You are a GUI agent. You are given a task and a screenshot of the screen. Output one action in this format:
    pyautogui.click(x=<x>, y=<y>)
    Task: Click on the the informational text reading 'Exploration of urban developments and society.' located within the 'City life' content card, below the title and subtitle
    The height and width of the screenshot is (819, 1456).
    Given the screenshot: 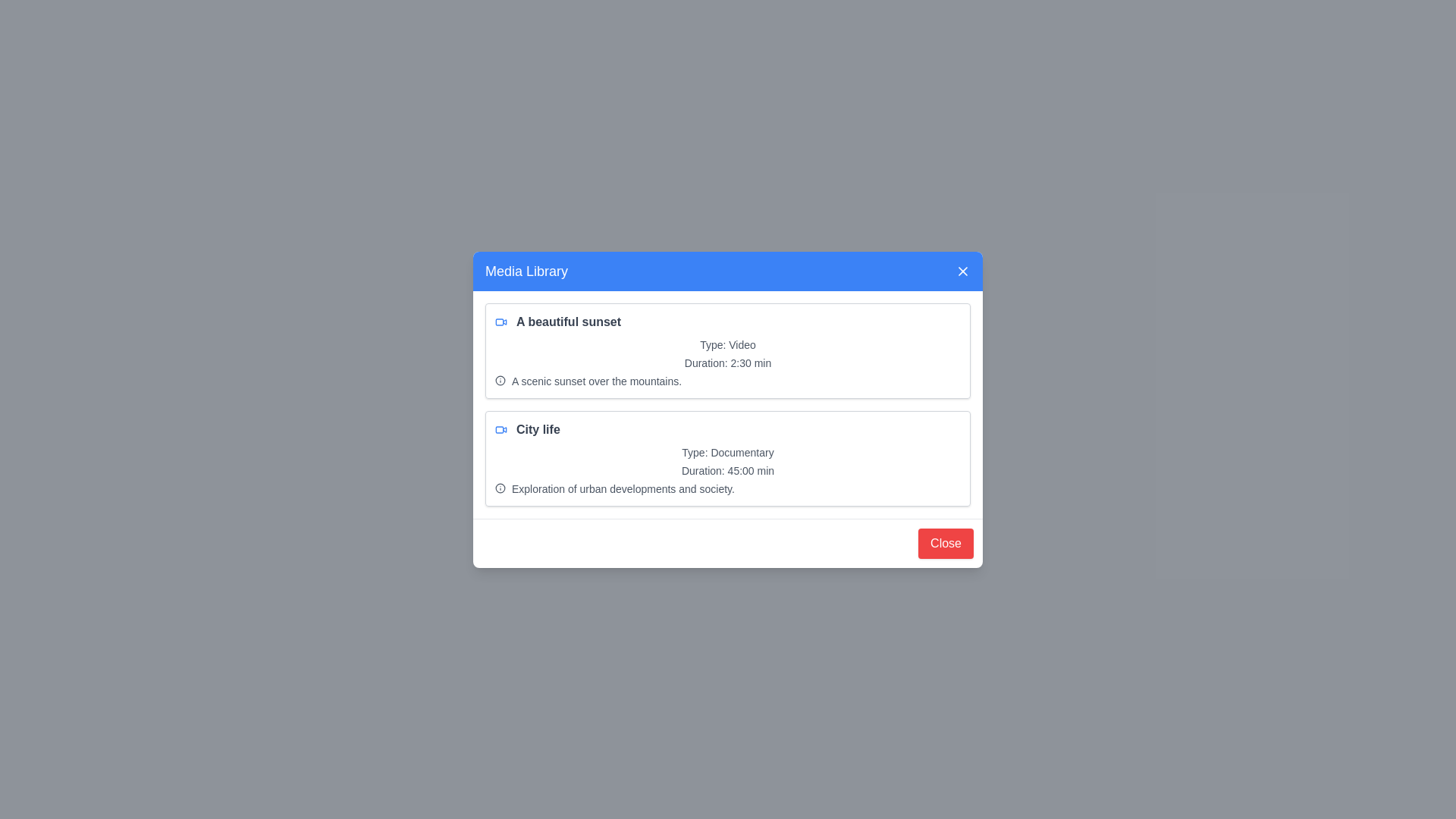 What is the action you would take?
    pyautogui.click(x=623, y=488)
    